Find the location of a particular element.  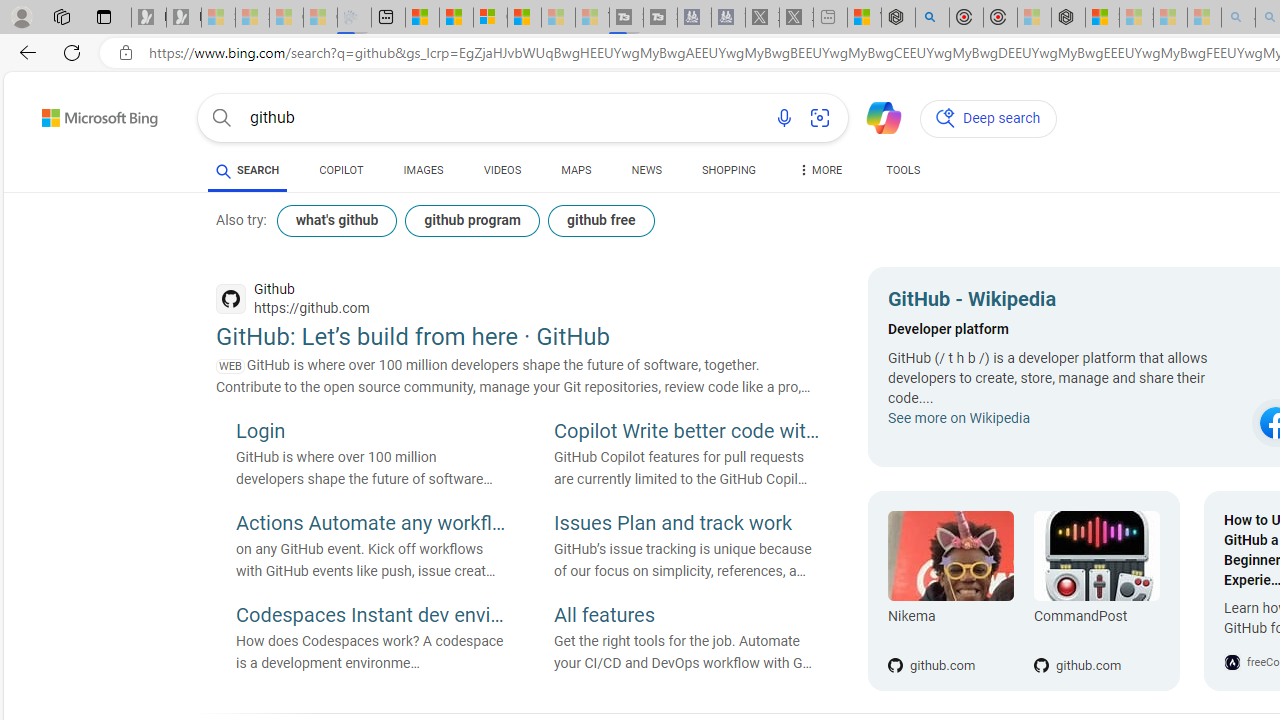

'View site information' is located at coordinates (125, 52).